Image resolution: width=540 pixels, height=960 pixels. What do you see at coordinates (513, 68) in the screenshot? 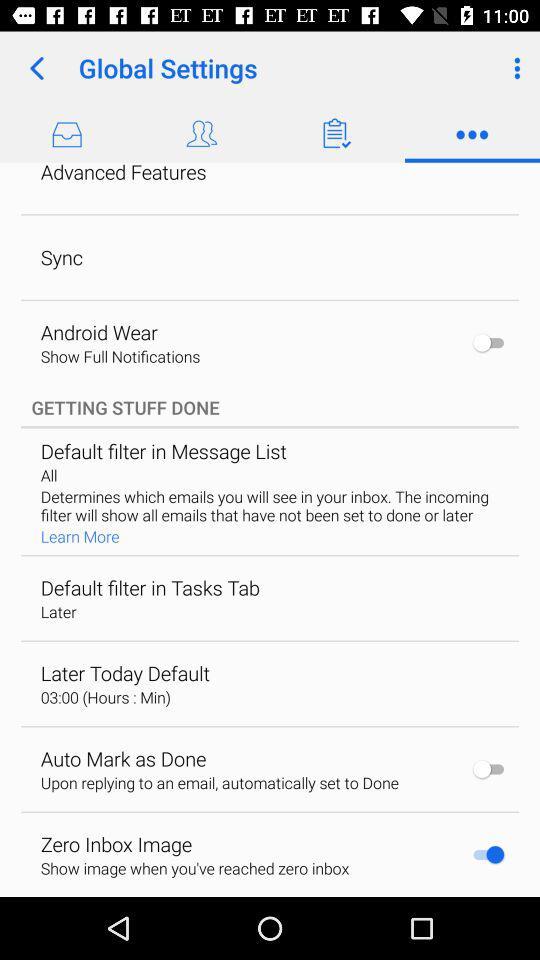
I see `the item to the right of the global settings app` at bounding box center [513, 68].